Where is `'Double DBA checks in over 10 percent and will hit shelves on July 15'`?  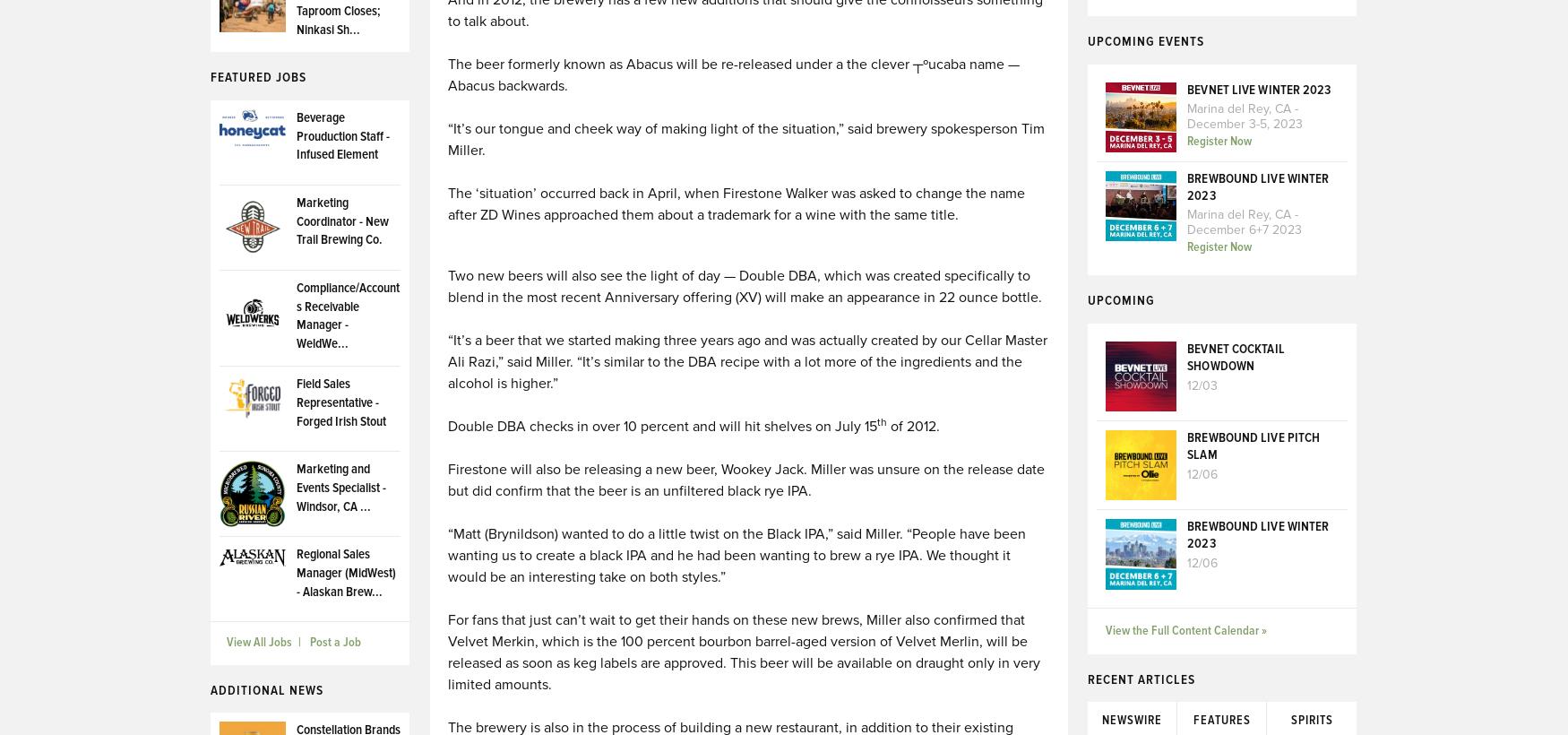 'Double DBA checks in over 10 percent and will hit shelves on July 15' is located at coordinates (446, 427).